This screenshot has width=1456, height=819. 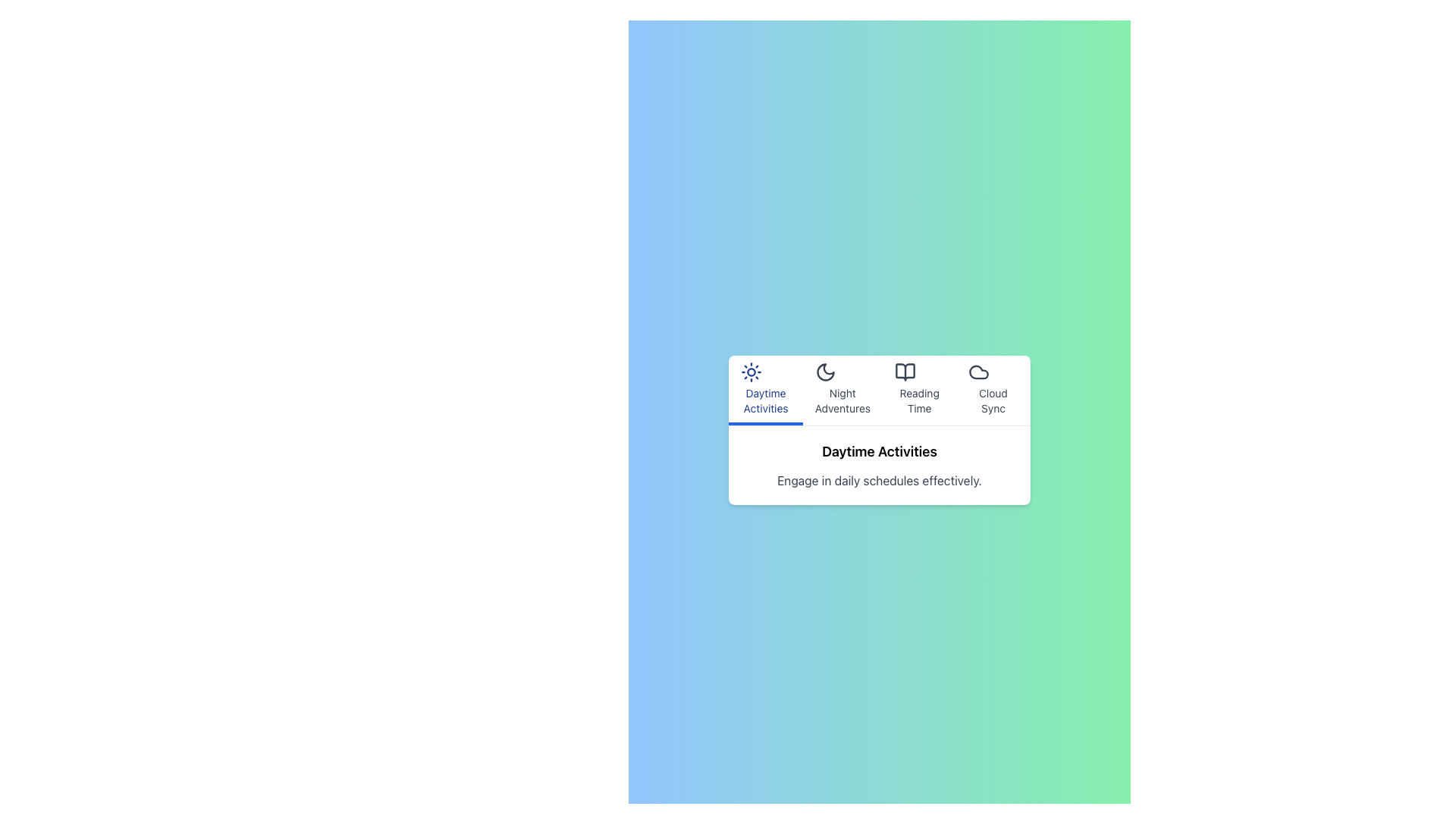 I want to click on text label that indicates the cloud synchronization feature located at the bottom row of the menu, under the cloud icon, on the far right, so click(x=993, y=400).